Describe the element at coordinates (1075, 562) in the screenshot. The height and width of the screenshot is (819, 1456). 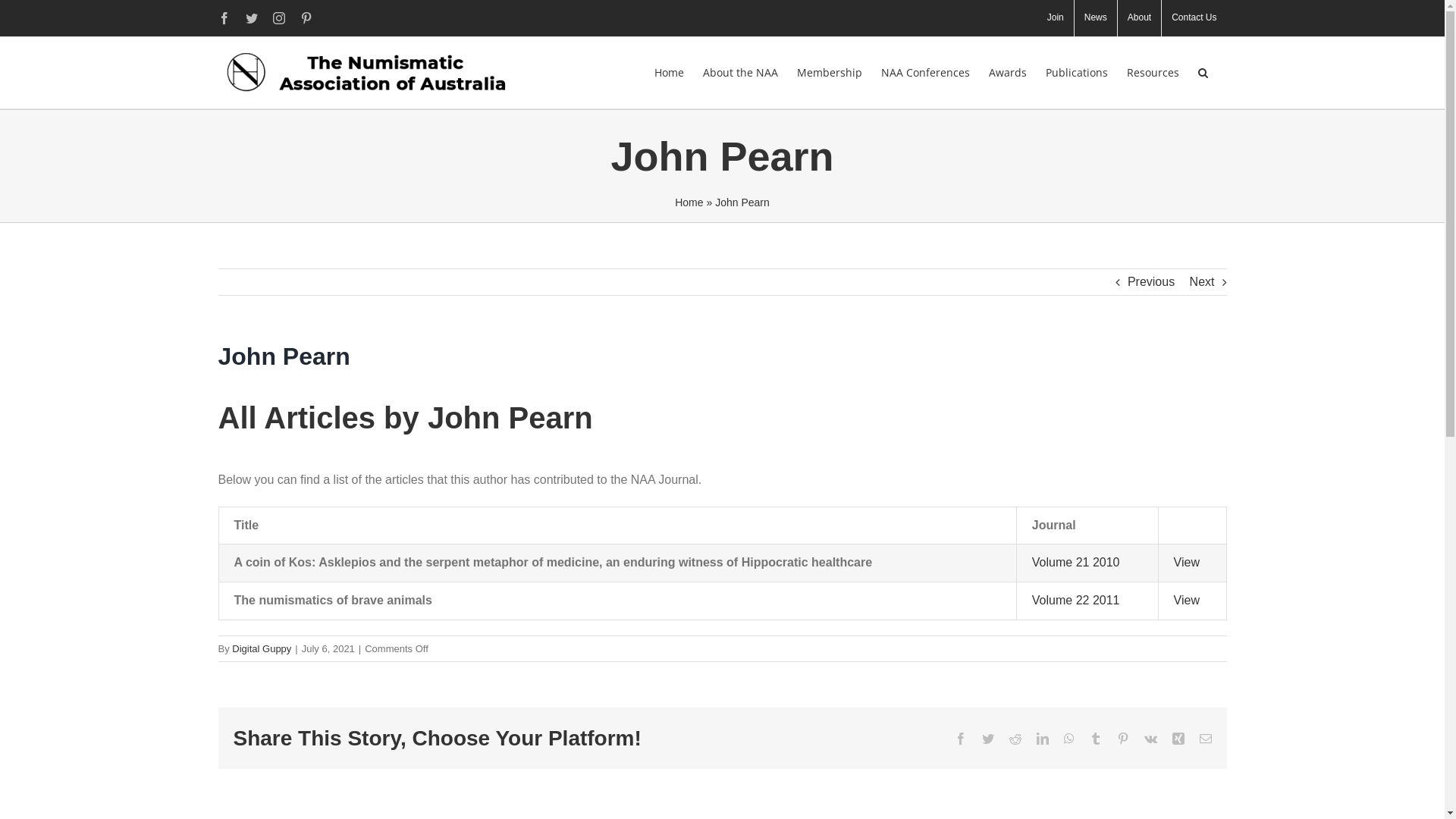
I see `'Volume 21 2010'` at that location.